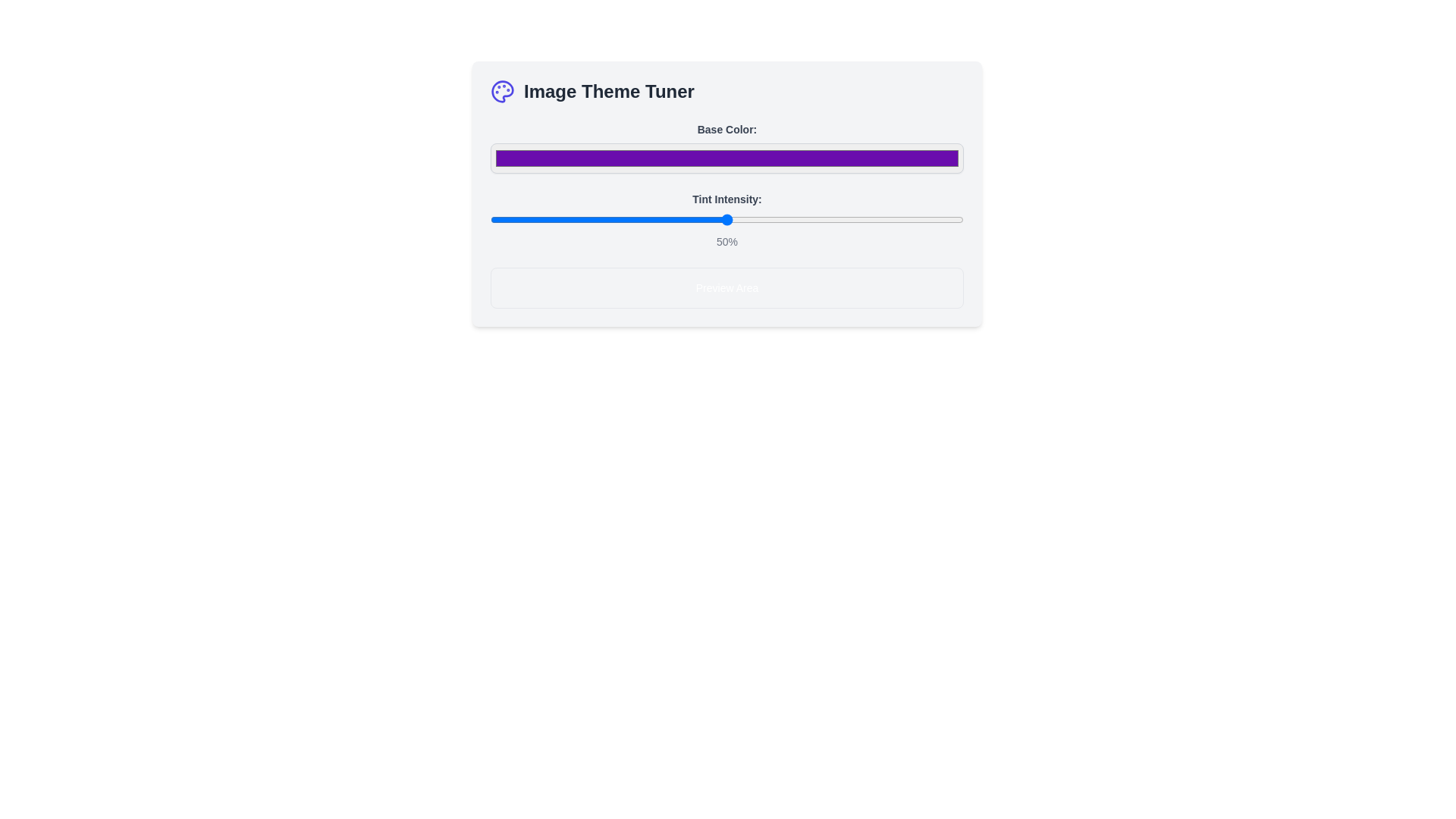 The image size is (1456, 819). What do you see at coordinates (726, 193) in the screenshot?
I see `the central control panel element to modify image theme settings such as base color and tint intensity` at bounding box center [726, 193].